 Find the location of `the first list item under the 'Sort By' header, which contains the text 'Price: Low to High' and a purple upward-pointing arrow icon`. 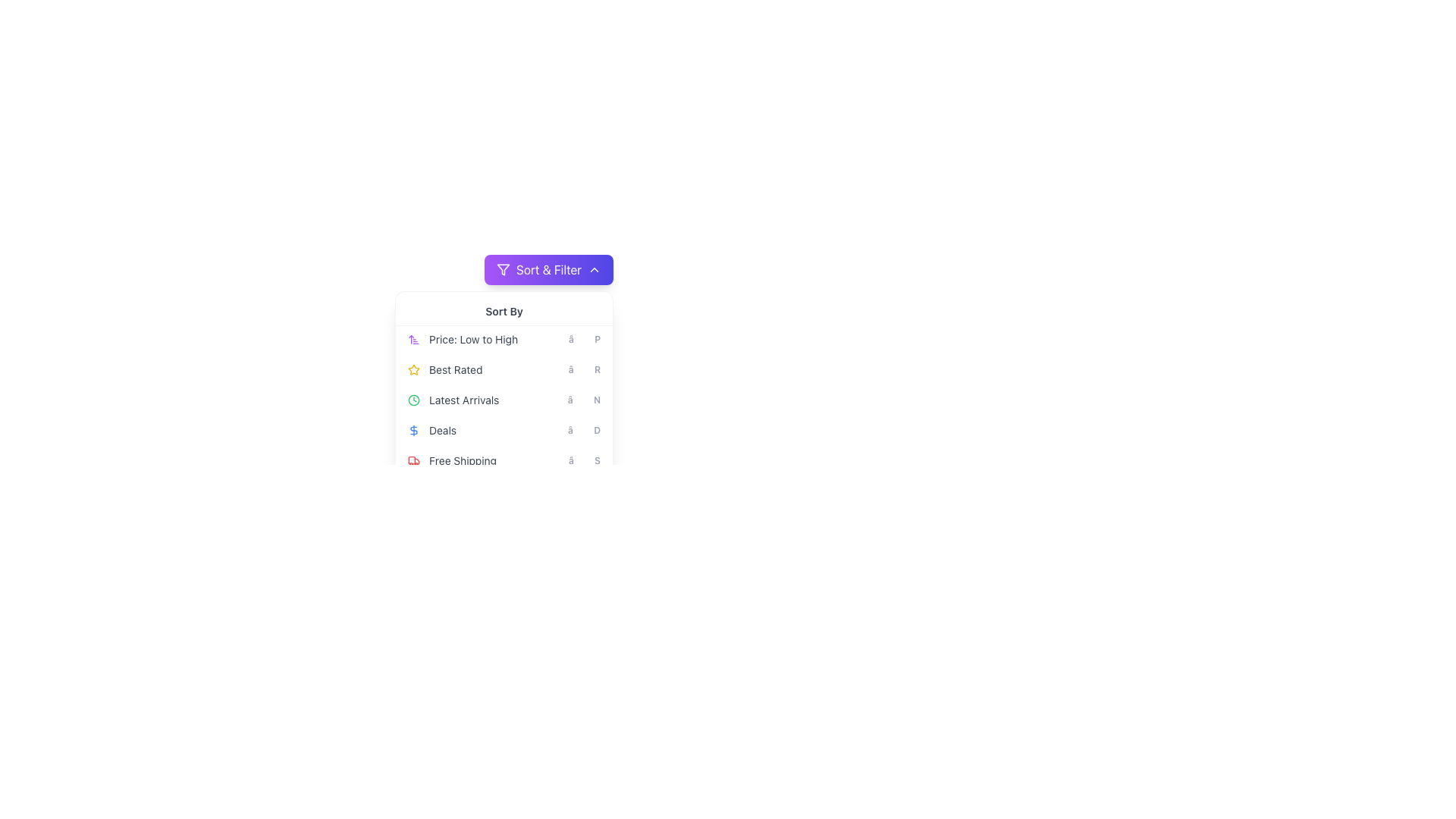

the first list item under the 'Sort By' header, which contains the text 'Price: Low to High' and a purple upward-pointing arrow icon is located at coordinates (504, 338).